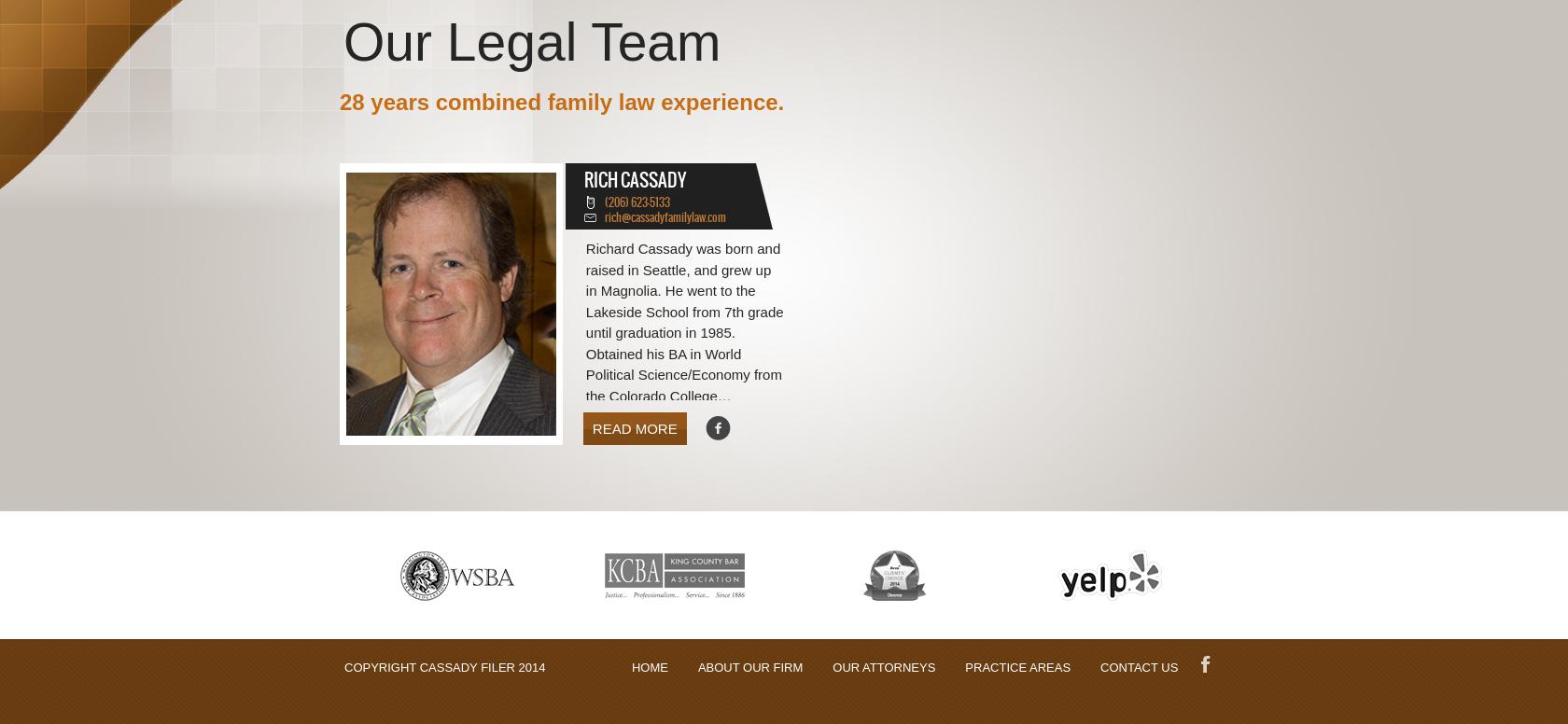 The height and width of the screenshot is (724, 1568). I want to click on 'About Our Firm', so click(749, 667).